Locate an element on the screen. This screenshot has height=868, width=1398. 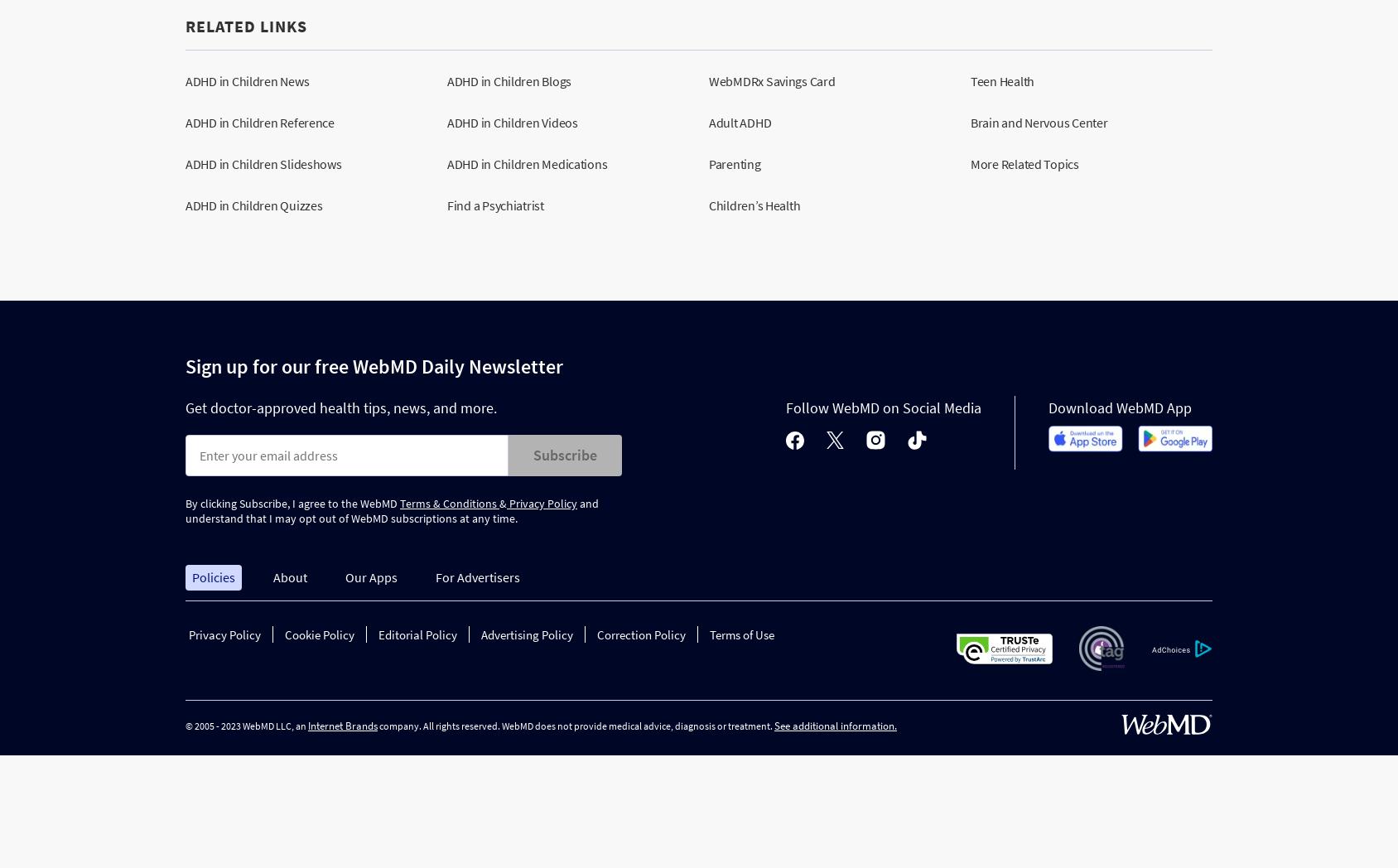
'Terms & Conditions' is located at coordinates (398, 504).